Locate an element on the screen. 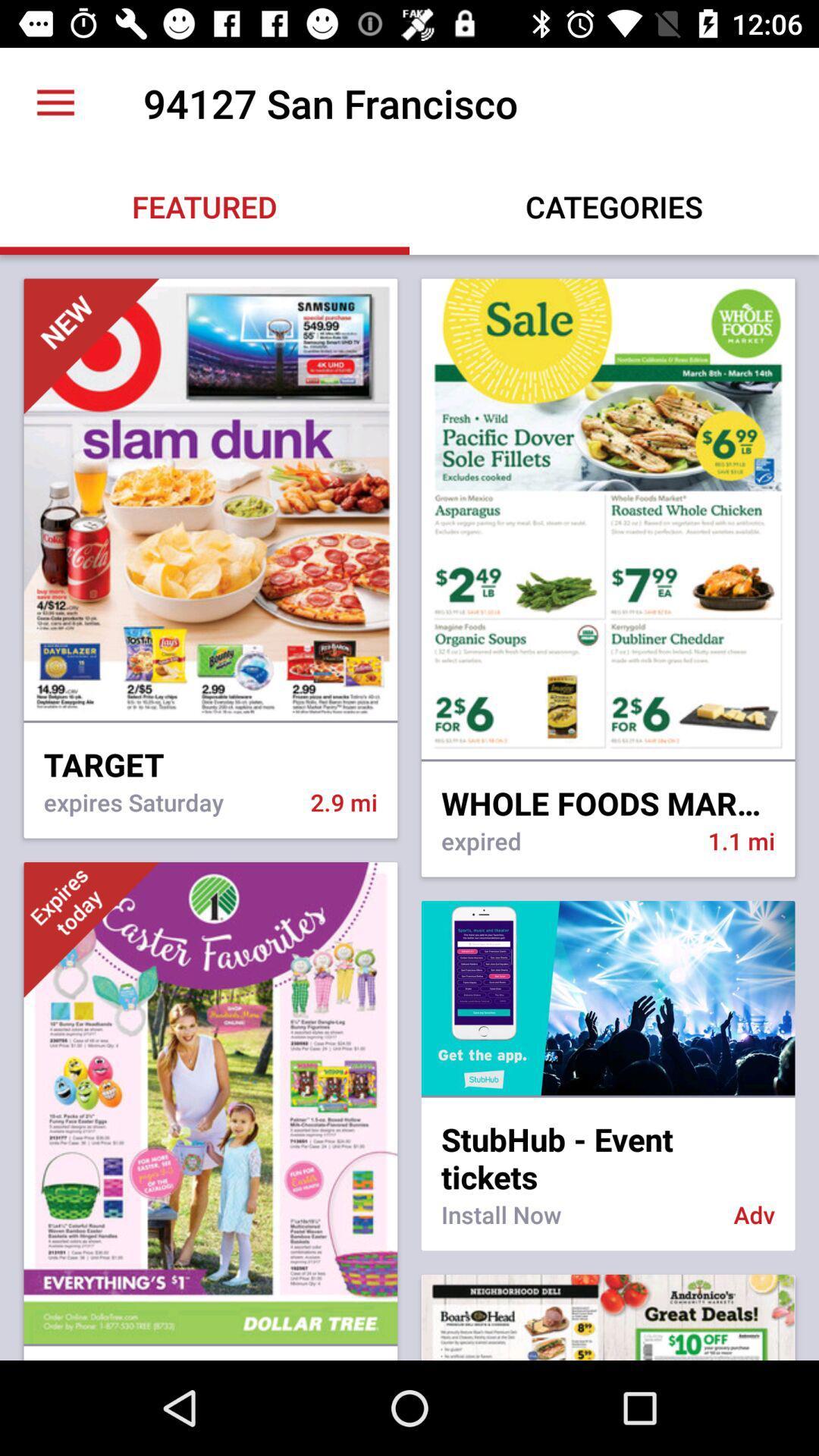 This screenshot has height=1456, width=819. item next to the adv icon is located at coordinates (577, 1224).